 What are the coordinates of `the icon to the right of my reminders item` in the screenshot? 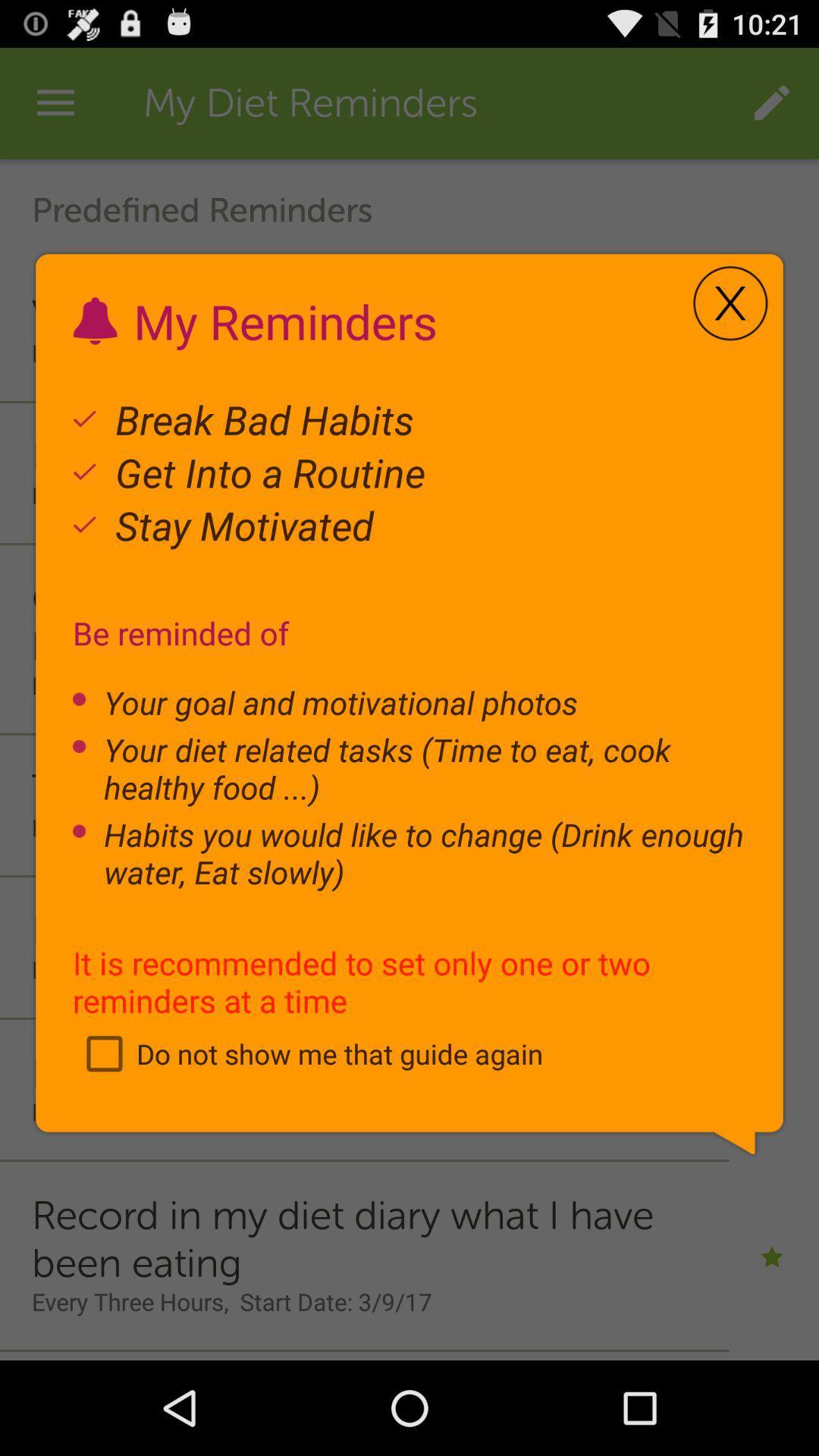 It's located at (730, 303).